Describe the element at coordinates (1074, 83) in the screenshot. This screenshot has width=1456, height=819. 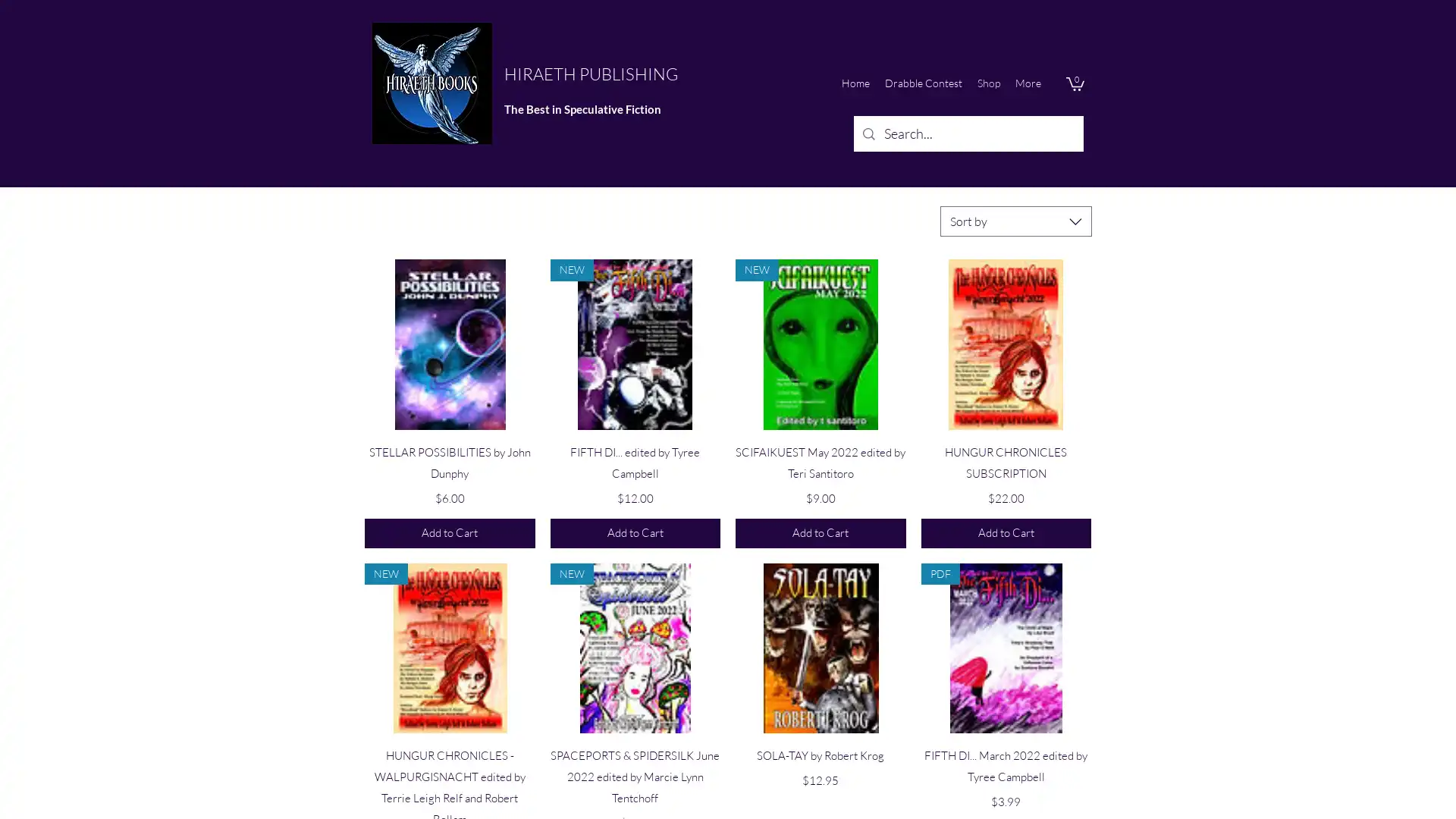
I see `Cart with 0 items` at that location.